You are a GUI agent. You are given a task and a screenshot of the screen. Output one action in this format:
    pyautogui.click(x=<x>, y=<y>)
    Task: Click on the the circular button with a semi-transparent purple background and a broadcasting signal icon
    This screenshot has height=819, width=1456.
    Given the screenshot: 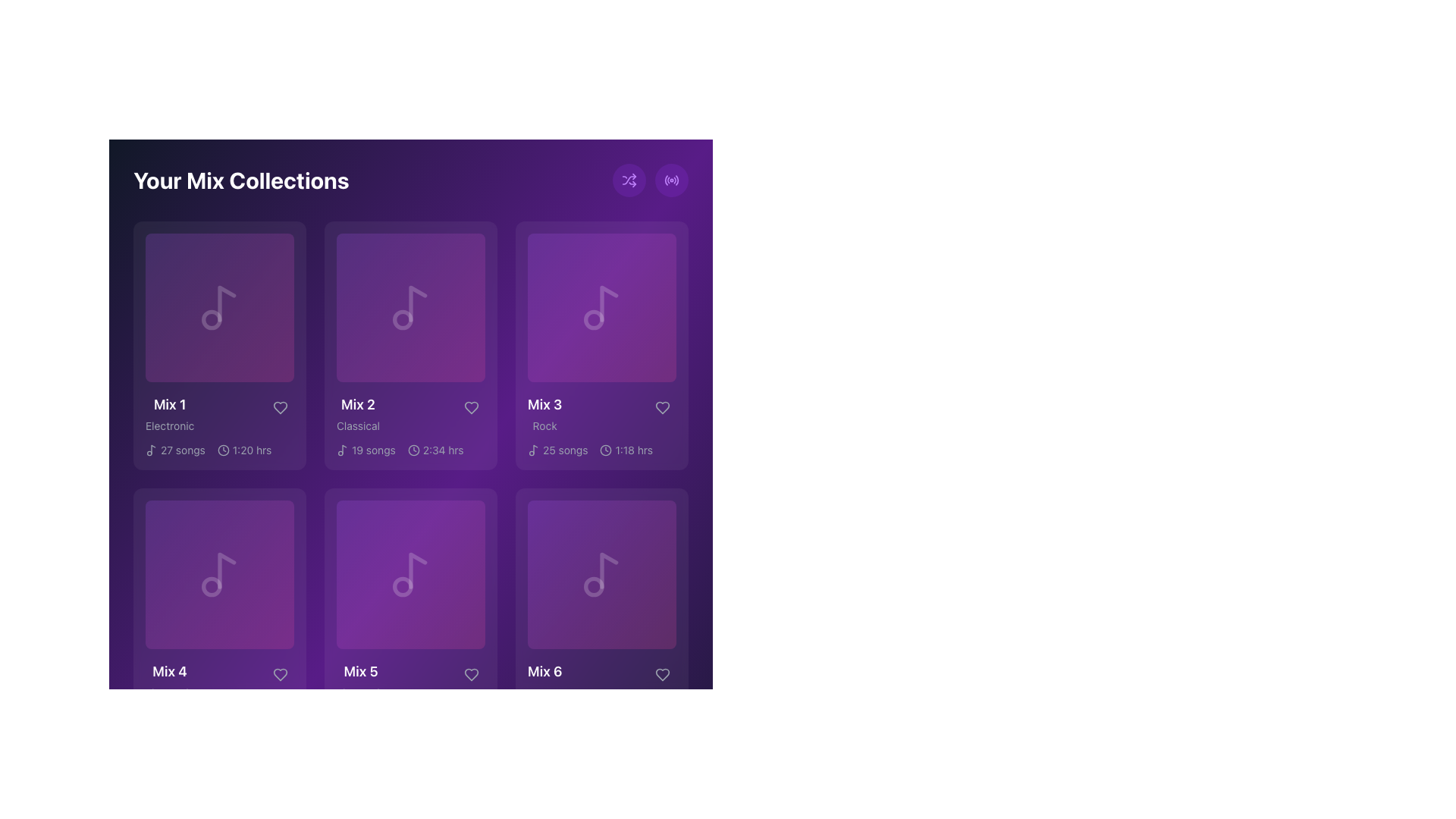 What is the action you would take?
    pyautogui.click(x=671, y=180)
    